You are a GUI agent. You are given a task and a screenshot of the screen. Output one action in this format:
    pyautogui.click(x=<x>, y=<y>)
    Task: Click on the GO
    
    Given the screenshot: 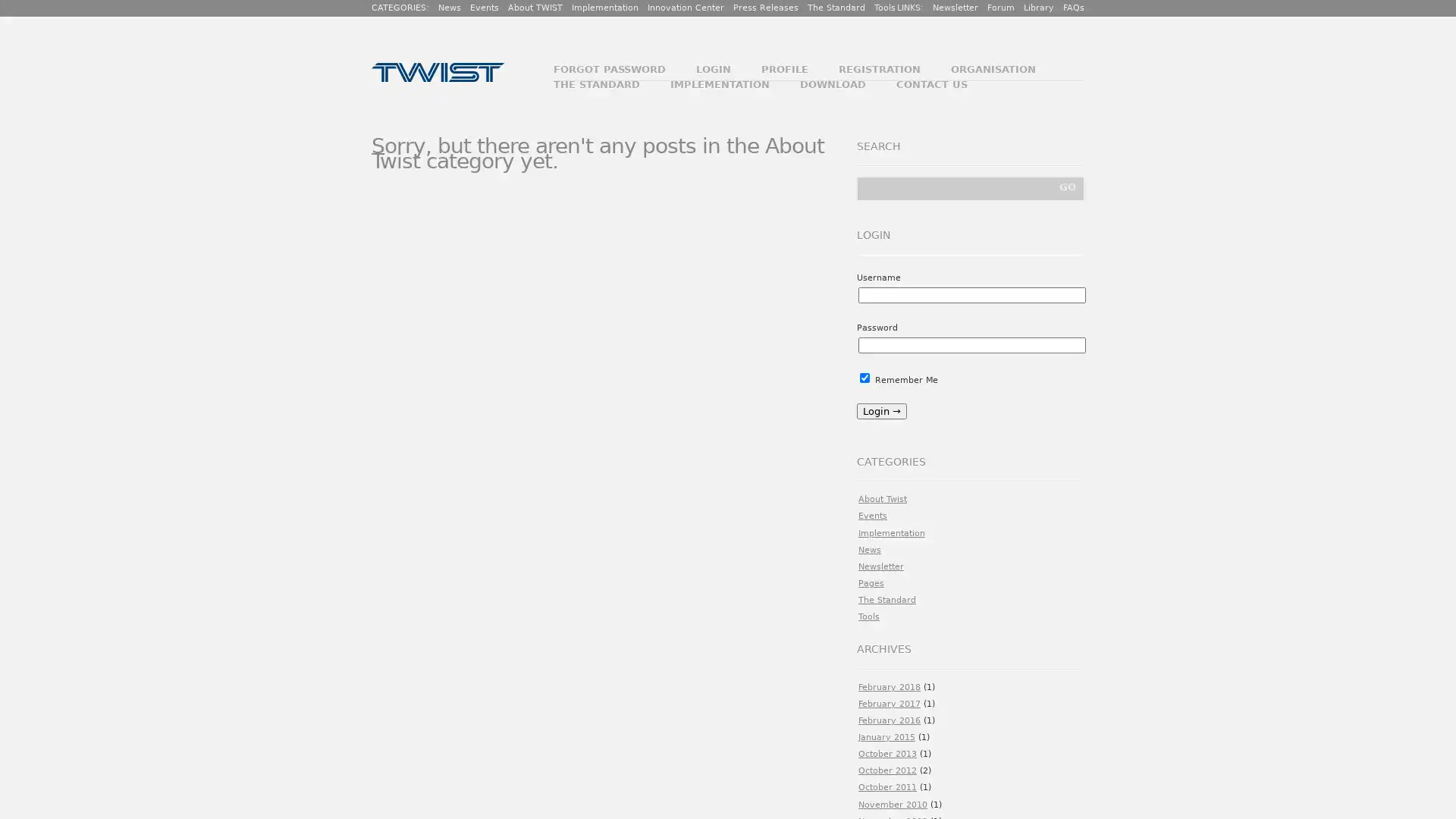 What is the action you would take?
    pyautogui.click(x=1066, y=186)
    